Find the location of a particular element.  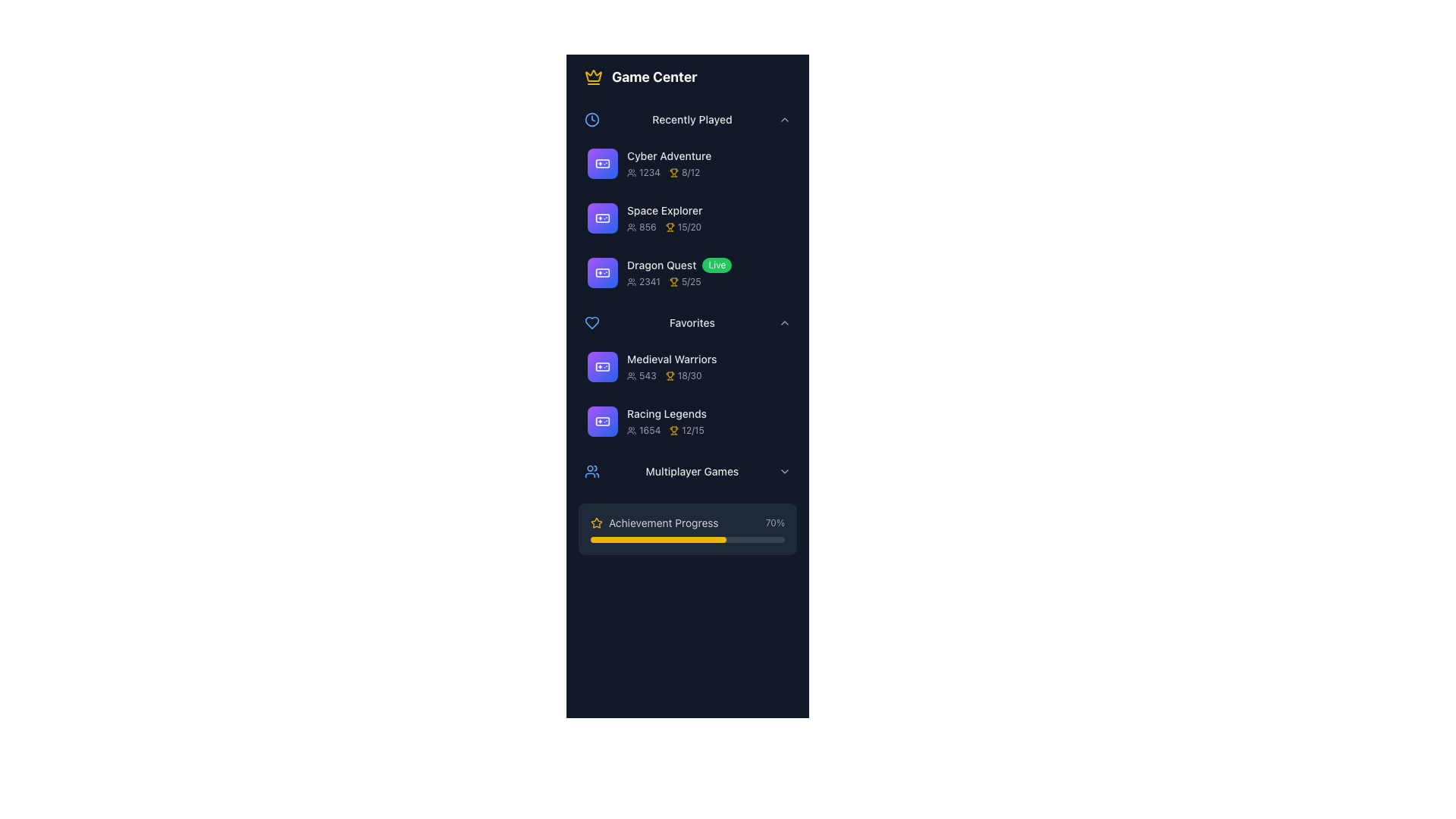

the text and icon displaying '18/30' associated with 'Medieval Warriors' is located at coordinates (642, 375).